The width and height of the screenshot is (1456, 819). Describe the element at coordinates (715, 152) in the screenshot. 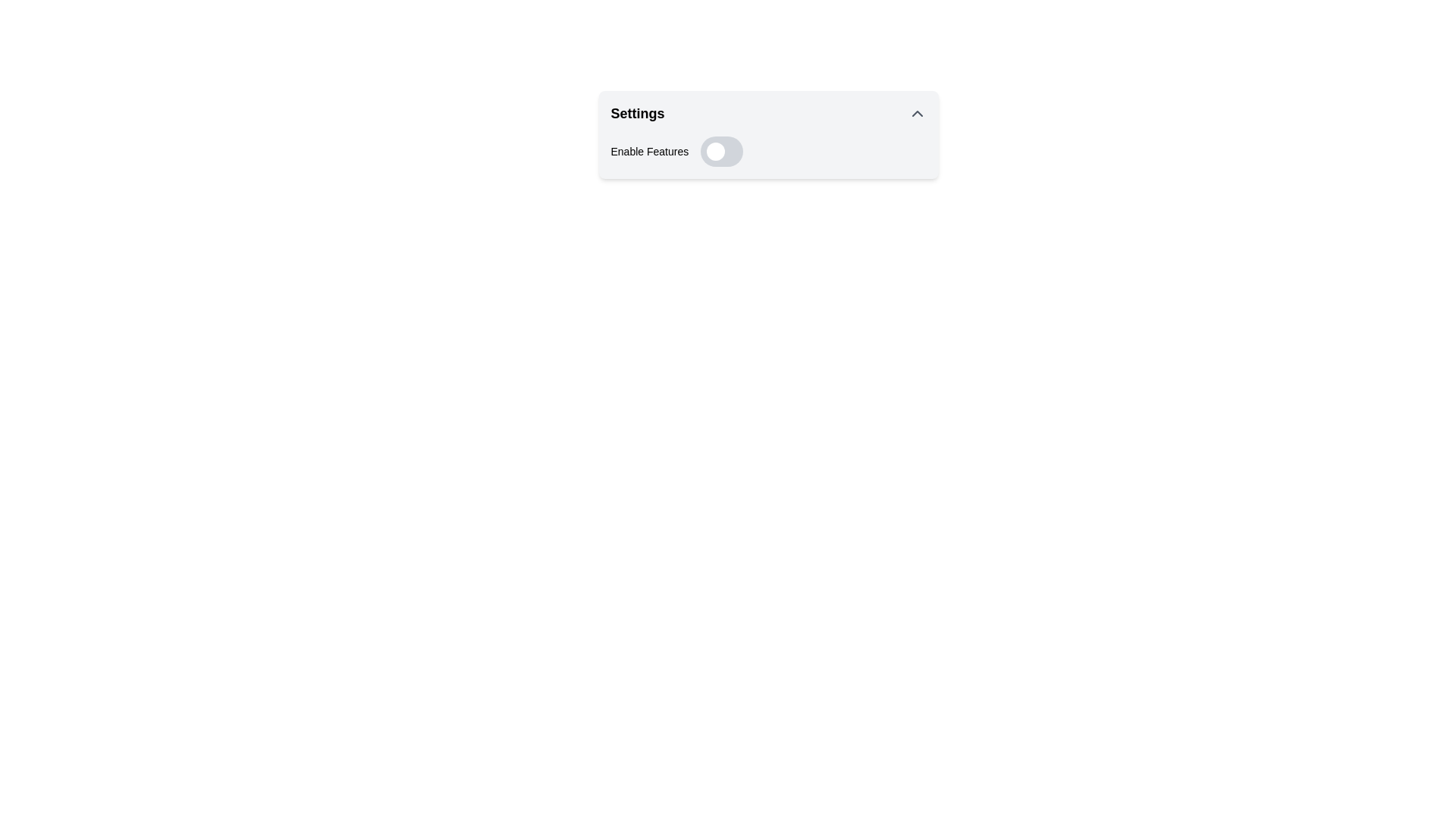

I see `the Toggle switch indicator located near the left end of the toggle switch bar in the 'Enable Features' settings section to change its state` at that location.